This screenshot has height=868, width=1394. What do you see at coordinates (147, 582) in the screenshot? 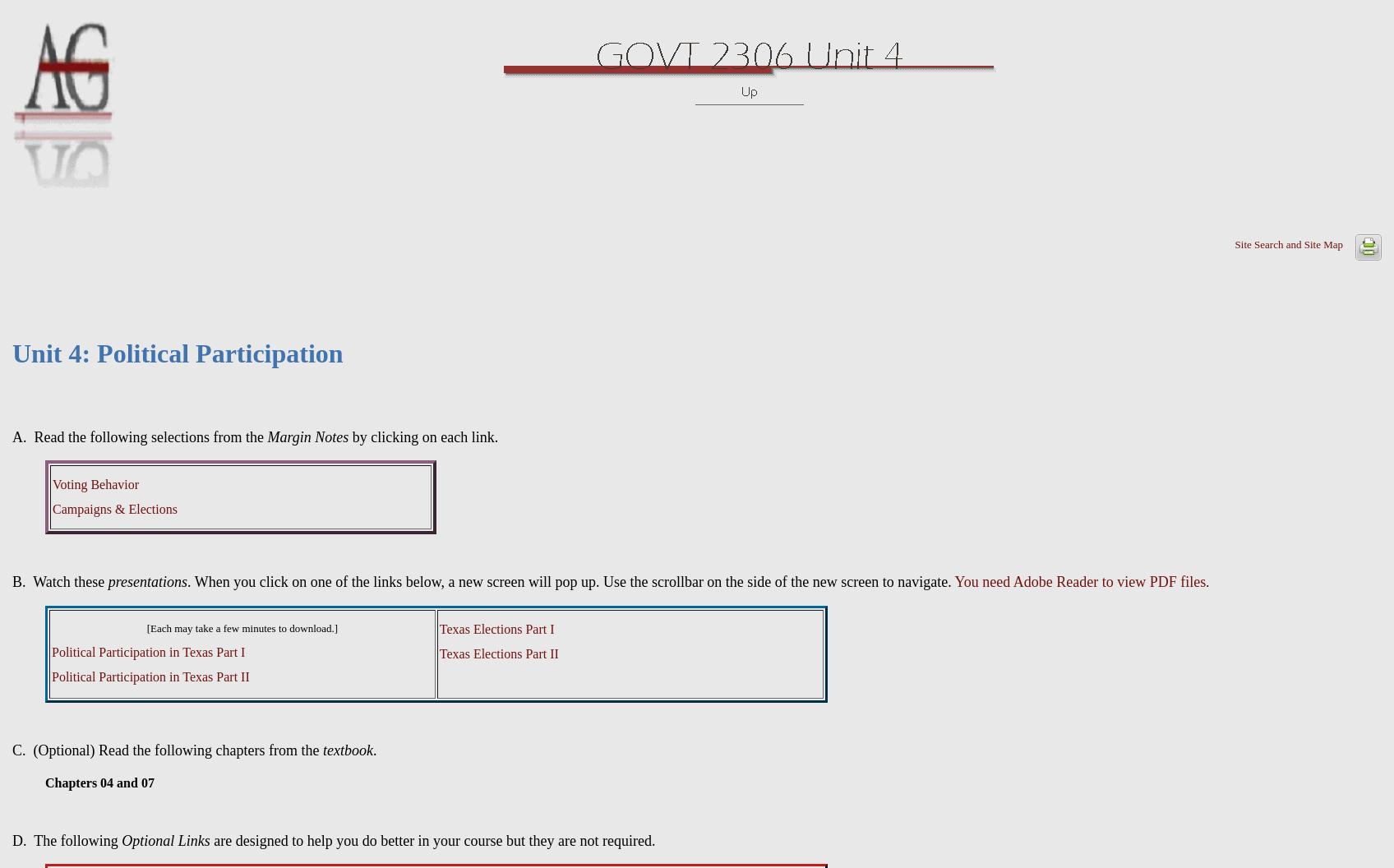
I see `'presentations'` at bounding box center [147, 582].